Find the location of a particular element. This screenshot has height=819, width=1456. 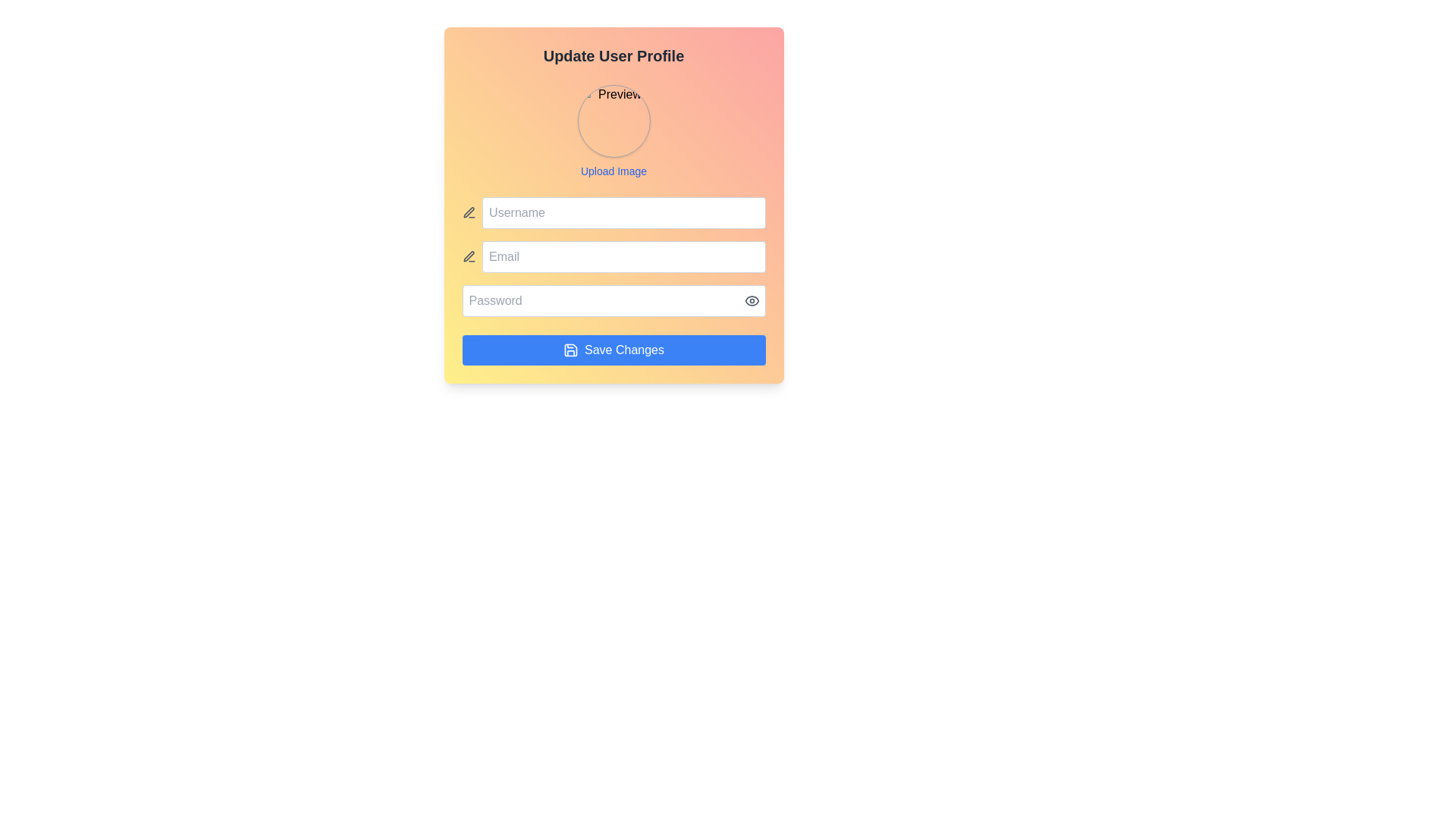

the 'Save Changes' button with a blue background and a floppy disk icon located at the bottom of the form is located at coordinates (613, 350).